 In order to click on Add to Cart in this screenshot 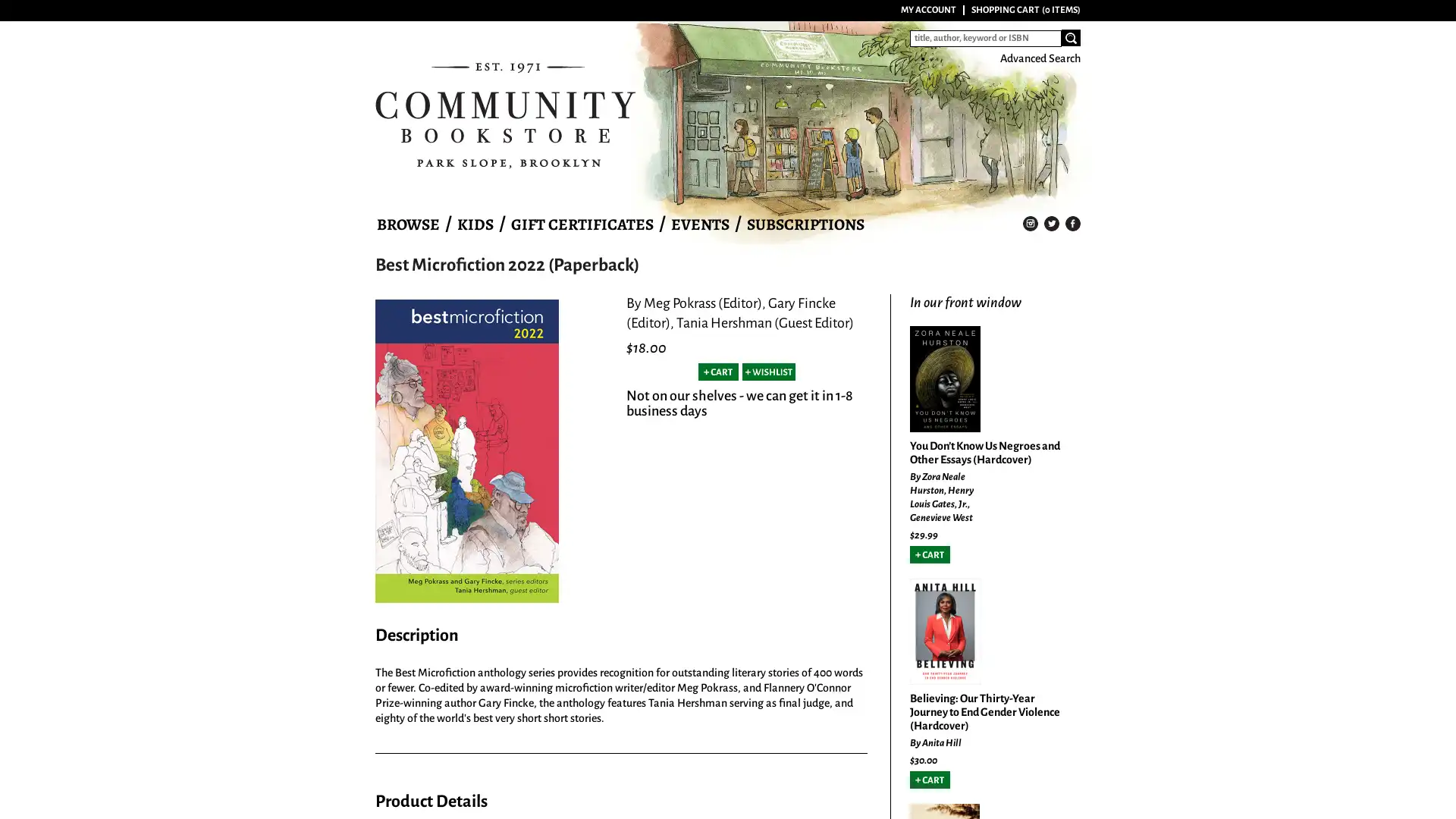, I will do `click(929, 554)`.